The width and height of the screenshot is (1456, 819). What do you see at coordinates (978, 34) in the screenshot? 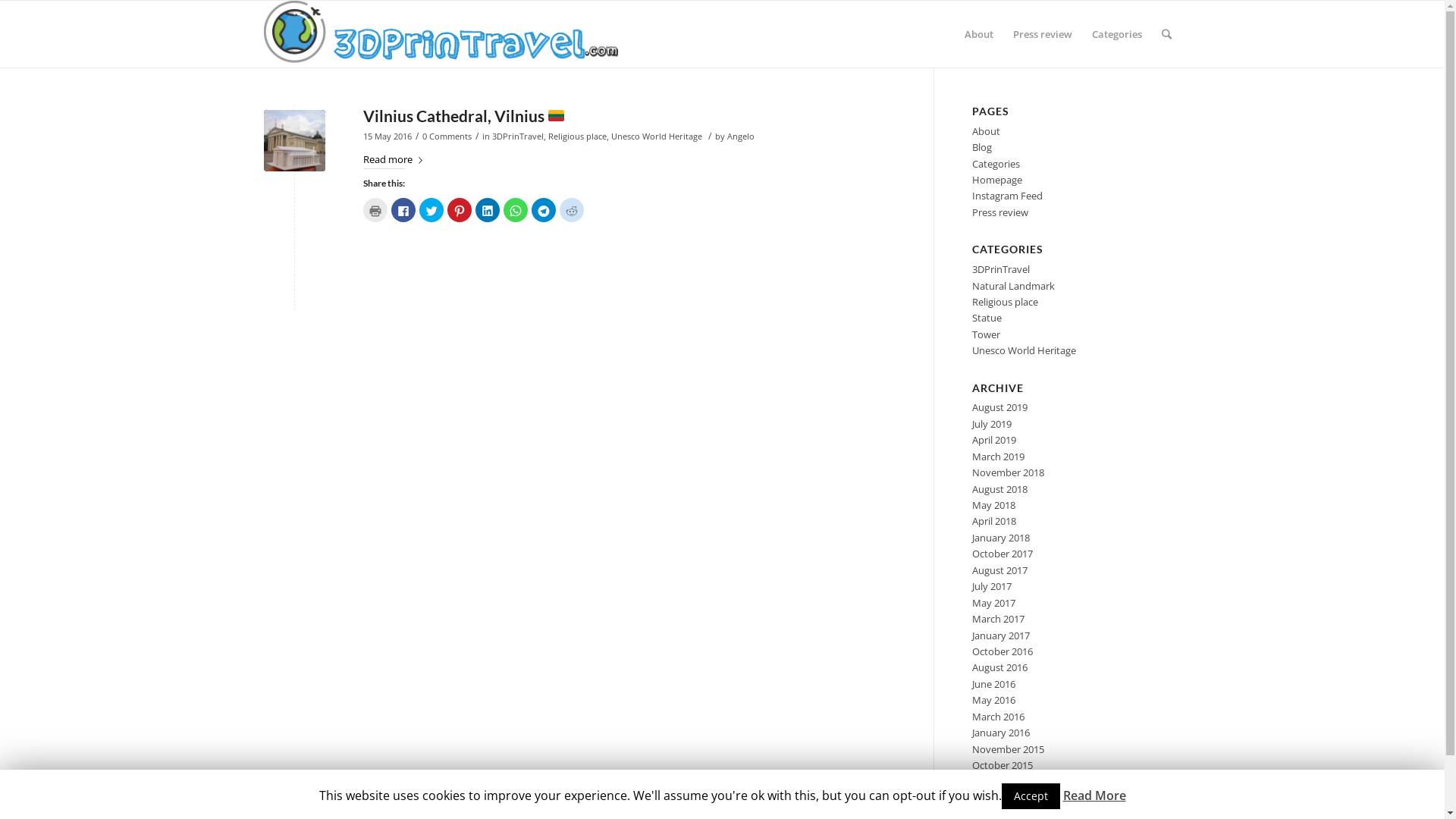
I see `'About'` at bounding box center [978, 34].